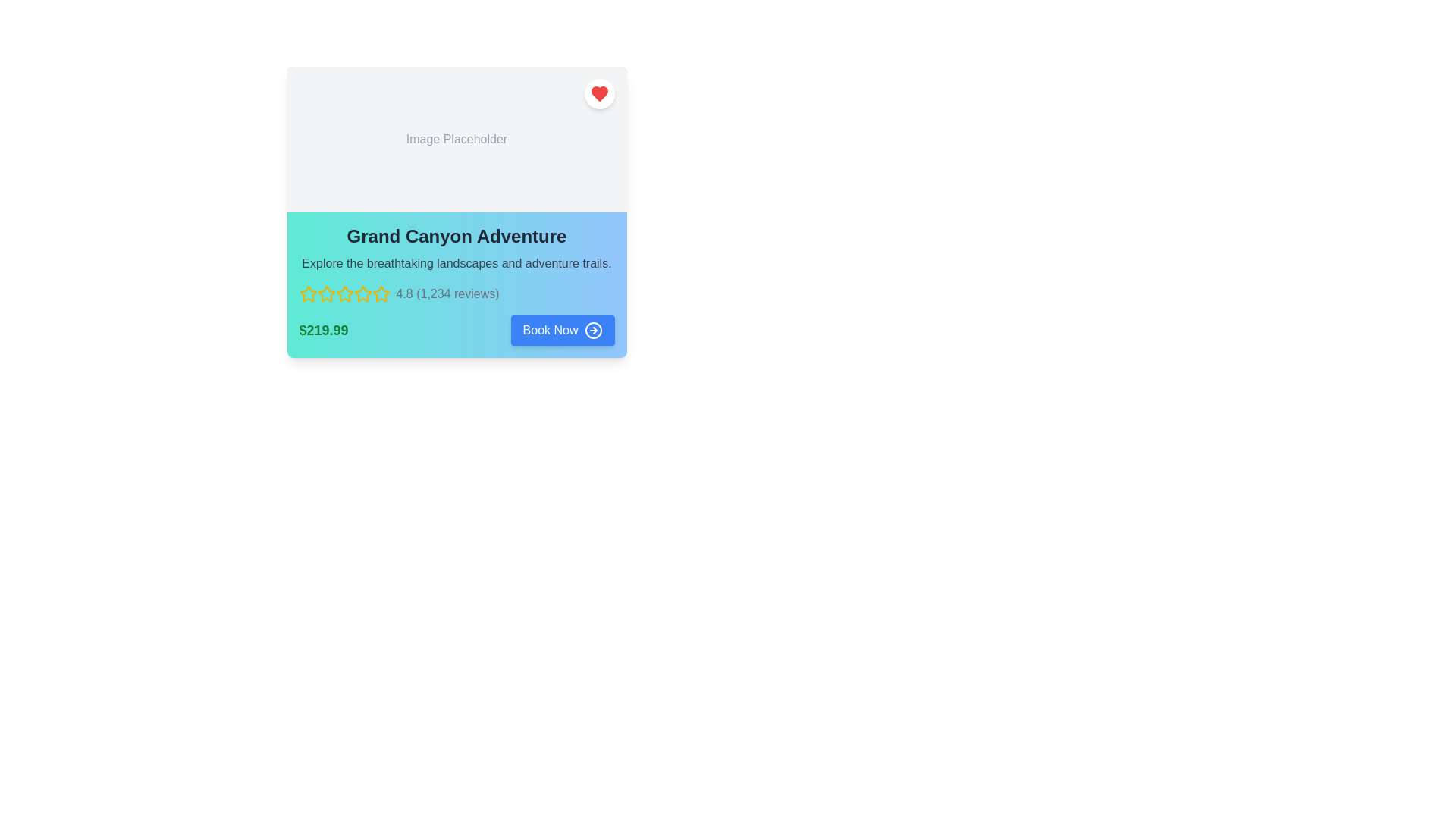 The height and width of the screenshot is (819, 1456). What do you see at coordinates (549, 329) in the screenshot?
I see `the 'Book Now' button which is a blue button with white text and an arrow icon, located at the bottom-right section of the card component` at bounding box center [549, 329].